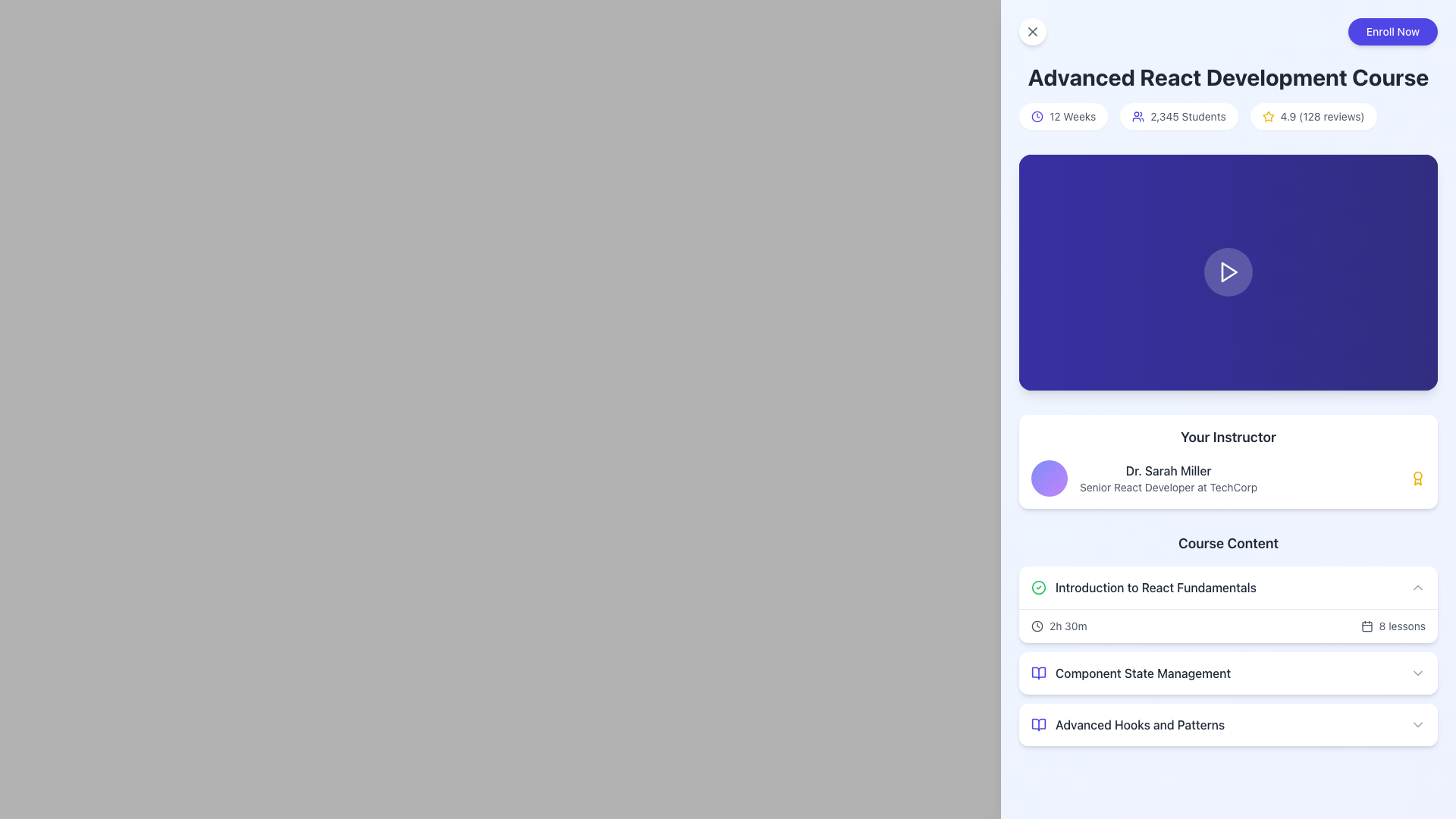 The height and width of the screenshot is (819, 1456). I want to click on the text label displaying '12 Weeks' which is styled with a smaller gray font and located in the course details section after the time representation icon, so click(1072, 116).